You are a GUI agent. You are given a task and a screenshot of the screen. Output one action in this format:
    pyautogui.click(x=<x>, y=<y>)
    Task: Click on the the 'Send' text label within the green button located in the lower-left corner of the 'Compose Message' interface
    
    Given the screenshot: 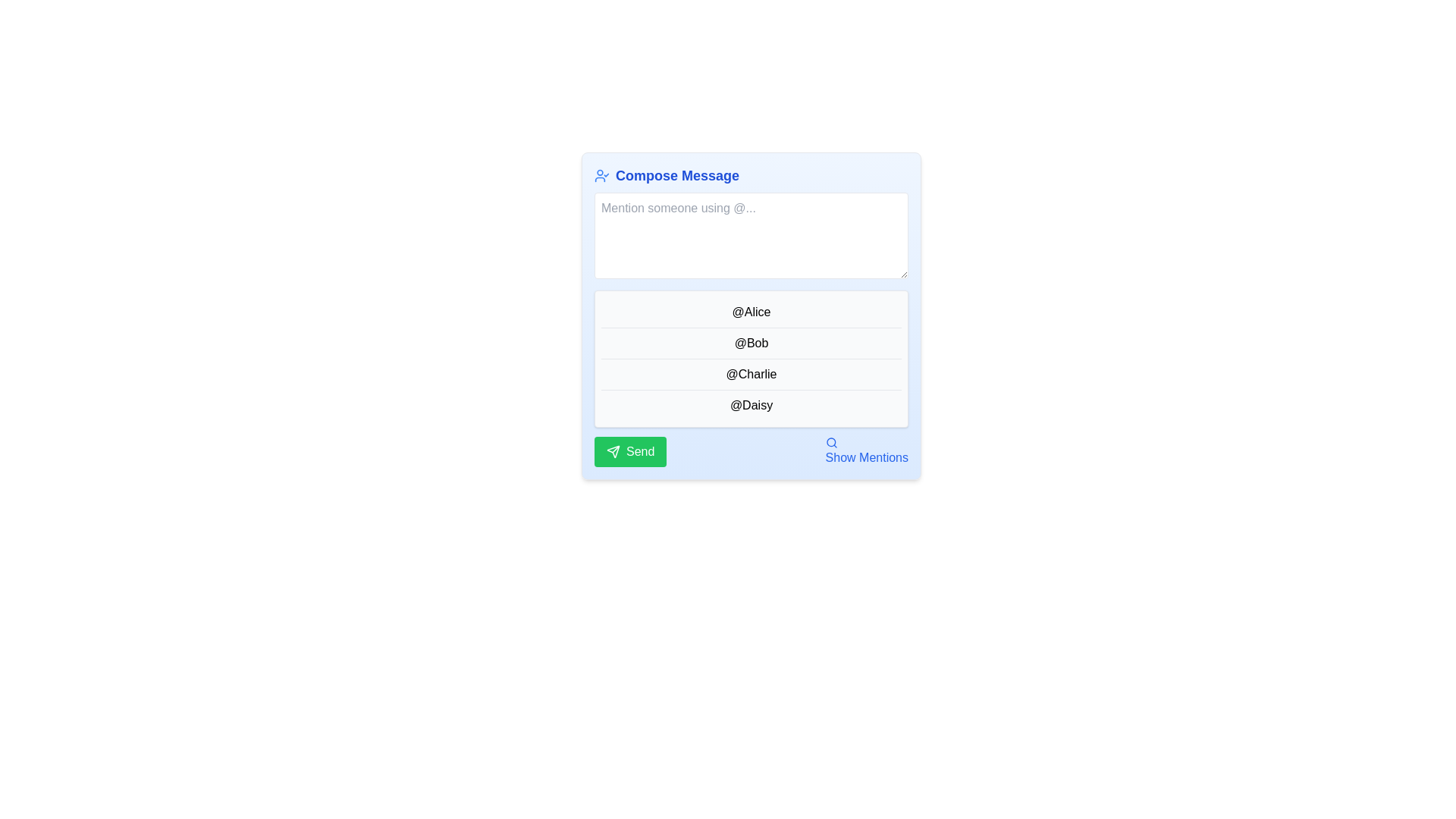 What is the action you would take?
    pyautogui.click(x=640, y=451)
    